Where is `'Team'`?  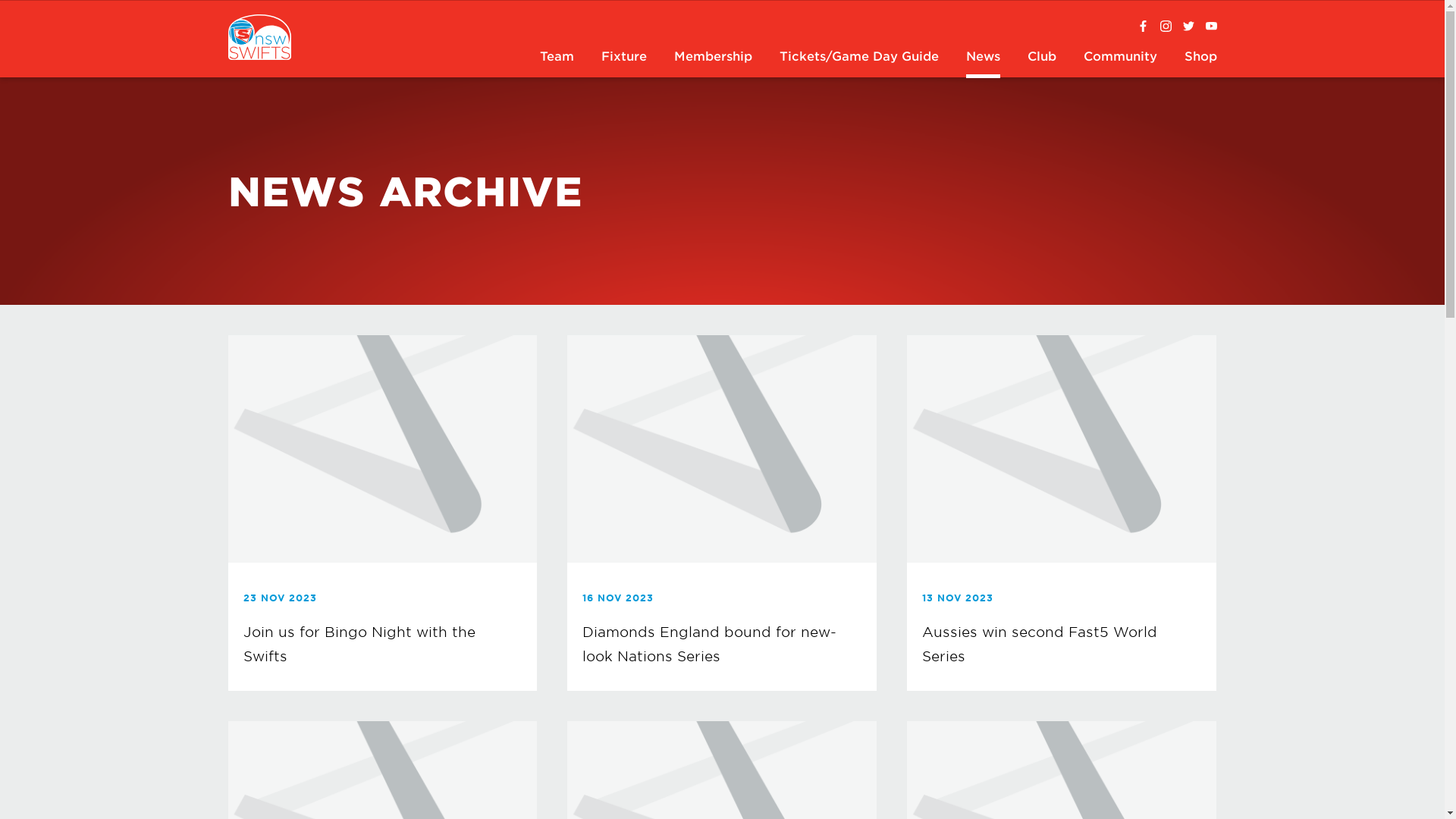
'Team' is located at coordinates (555, 57).